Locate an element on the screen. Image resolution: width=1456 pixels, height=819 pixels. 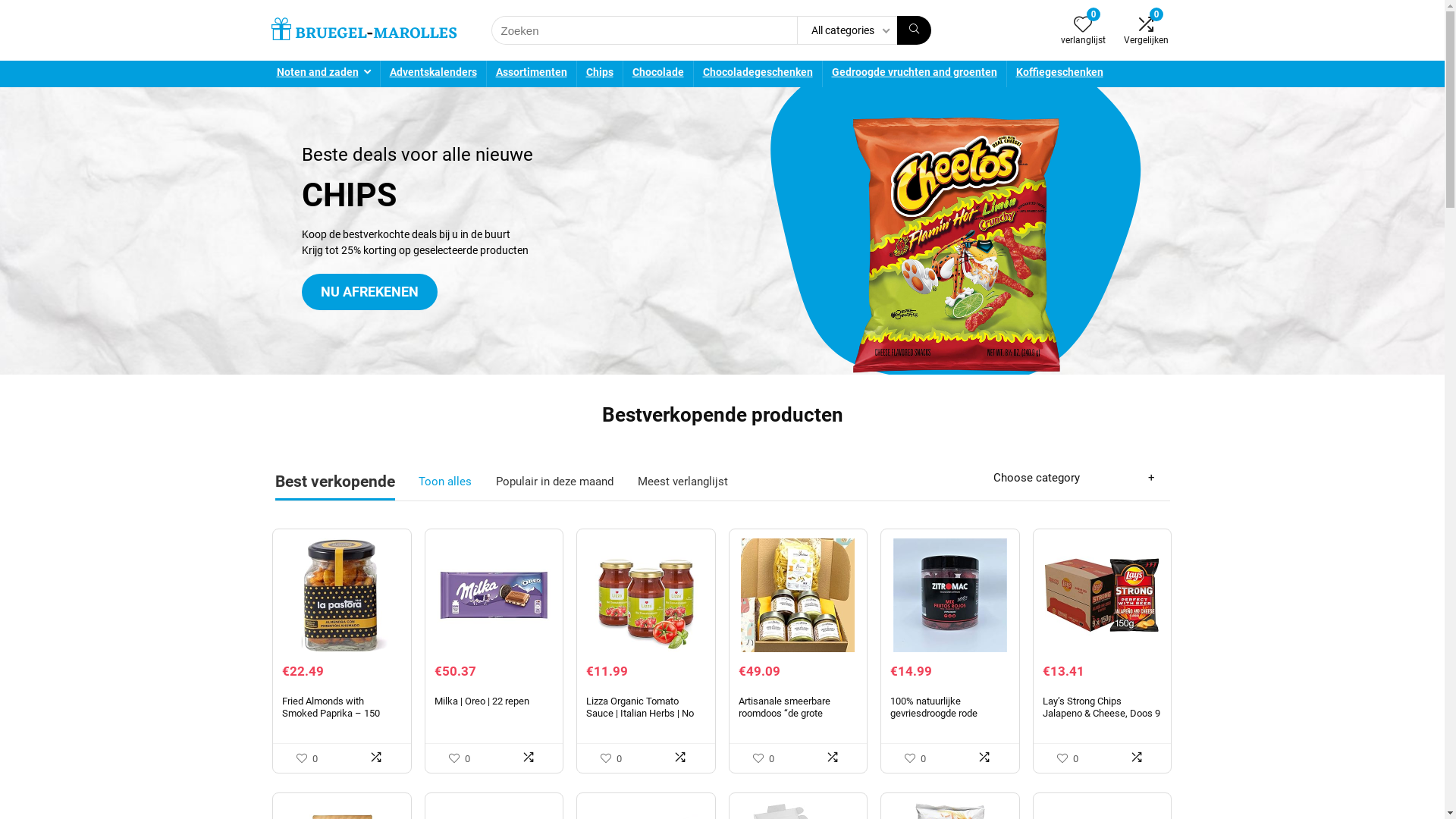
'Gedroogde vruchten and groenten' is located at coordinates (912, 74).